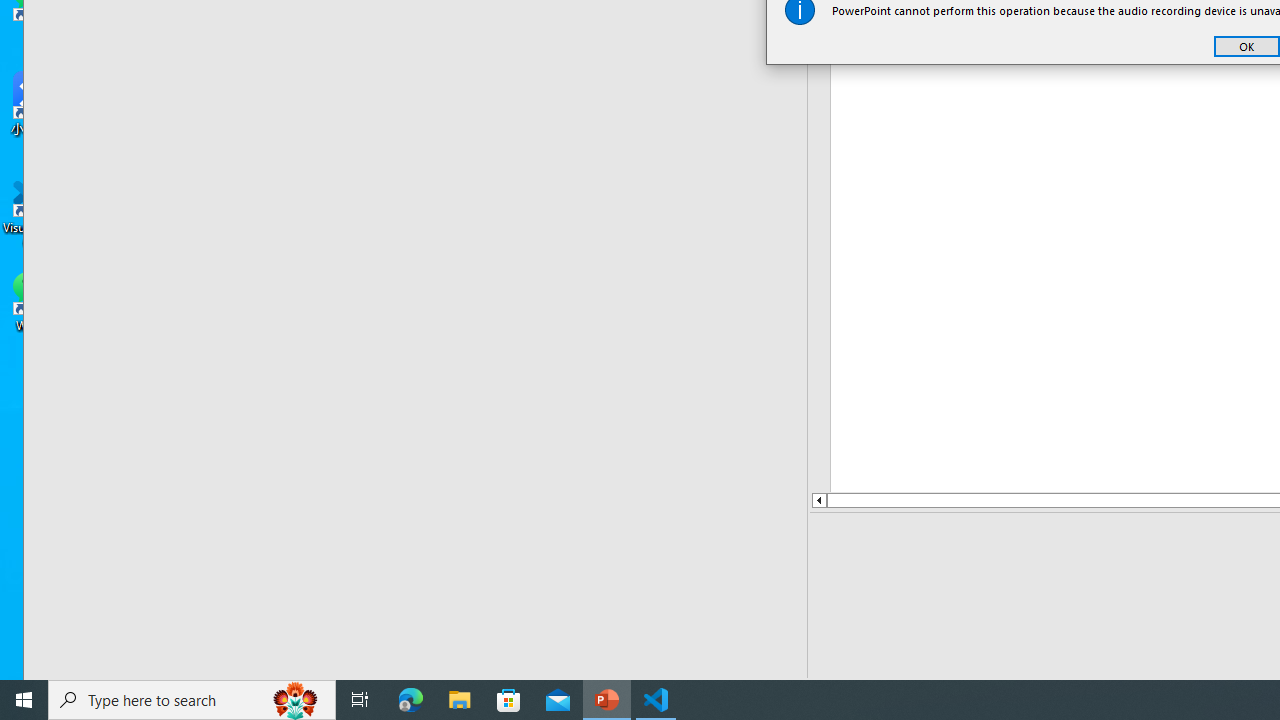 The height and width of the screenshot is (720, 1280). What do you see at coordinates (192, 698) in the screenshot?
I see `'Type here to search'` at bounding box center [192, 698].